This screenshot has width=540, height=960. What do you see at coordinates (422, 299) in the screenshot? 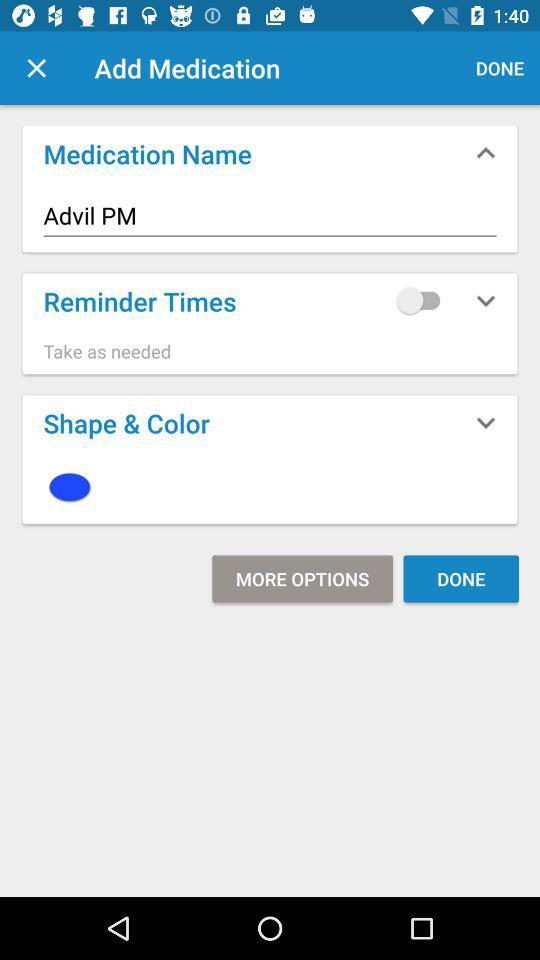
I see `item next to reminder times item` at bounding box center [422, 299].